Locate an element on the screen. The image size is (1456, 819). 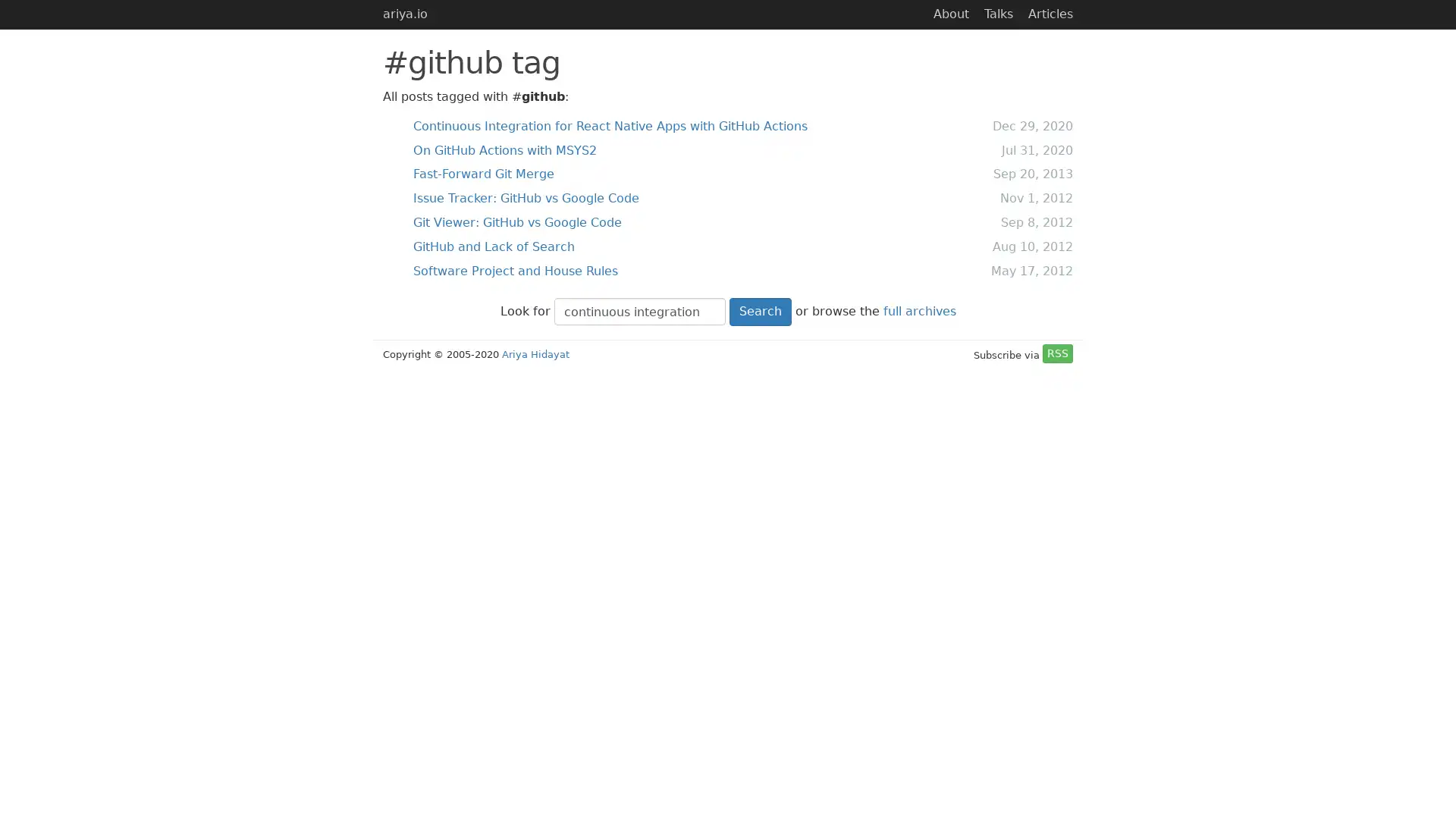
Search is located at coordinates (760, 310).